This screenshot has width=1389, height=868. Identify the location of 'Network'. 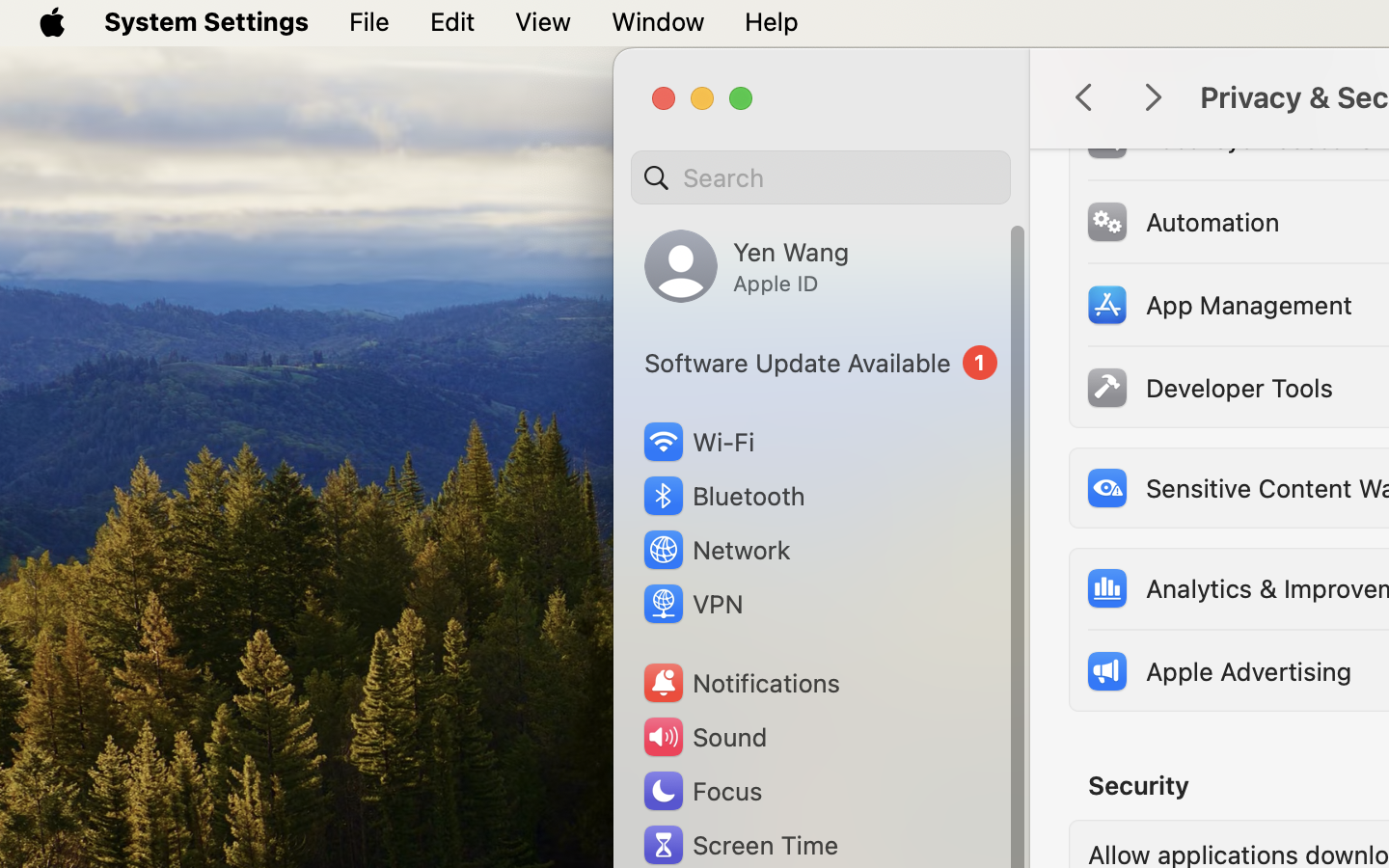
(715, 549).